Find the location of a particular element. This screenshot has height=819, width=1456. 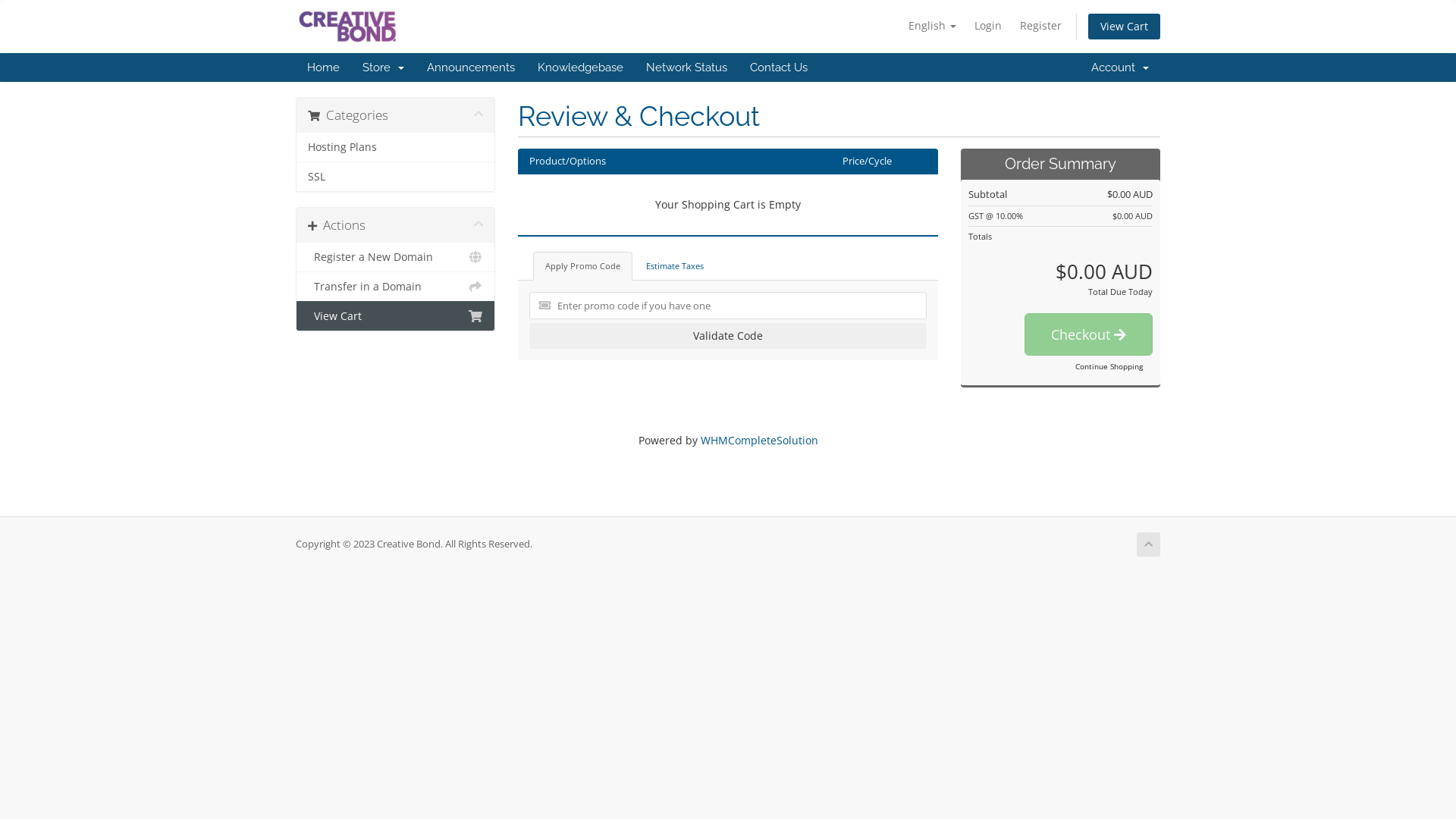

'  Transfer in a Domain' is located at coordinates (395, 287).